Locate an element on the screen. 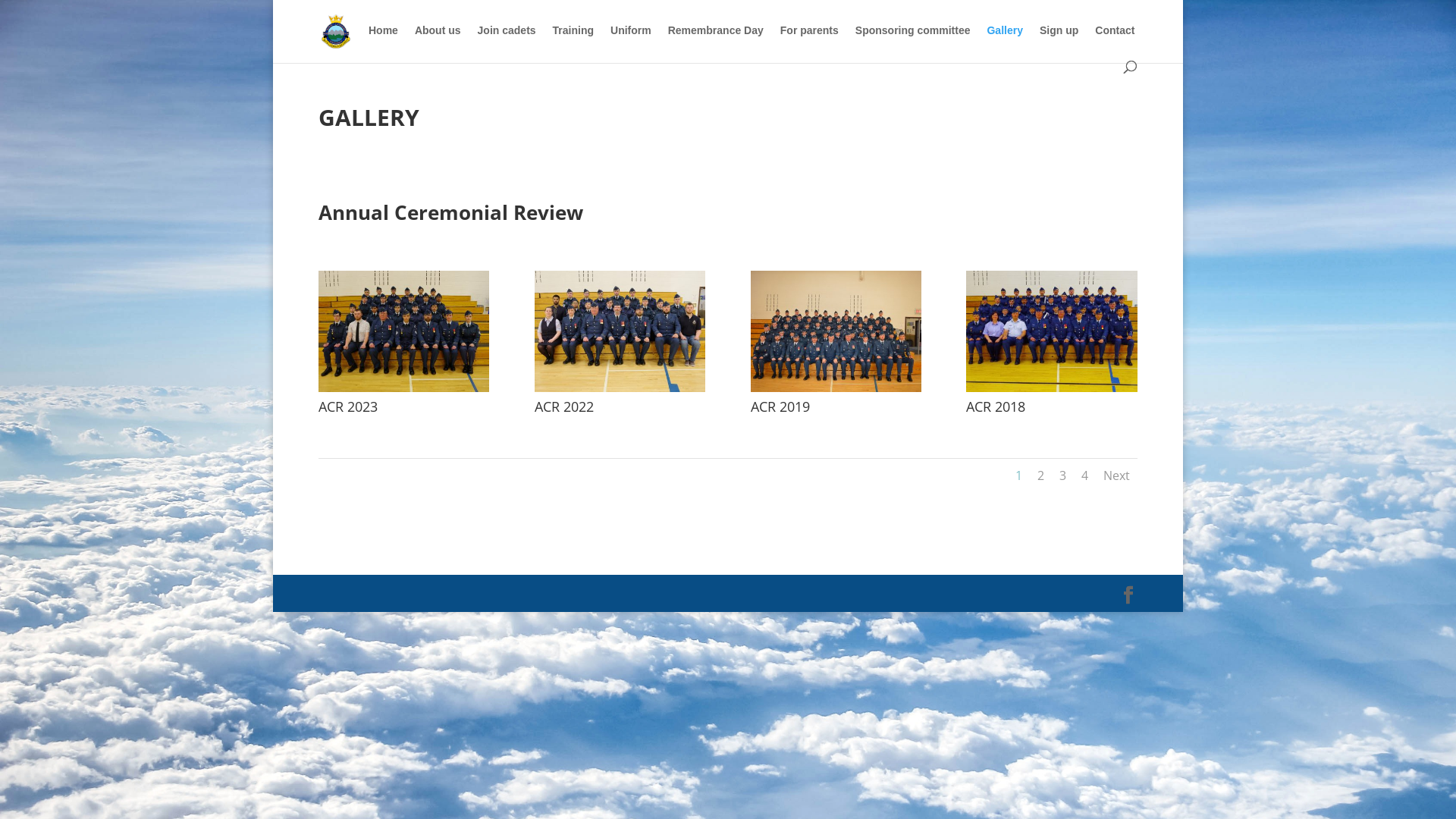 This screenshot has width=1456, height=819. '1' is located at coordinates (1018, 475).